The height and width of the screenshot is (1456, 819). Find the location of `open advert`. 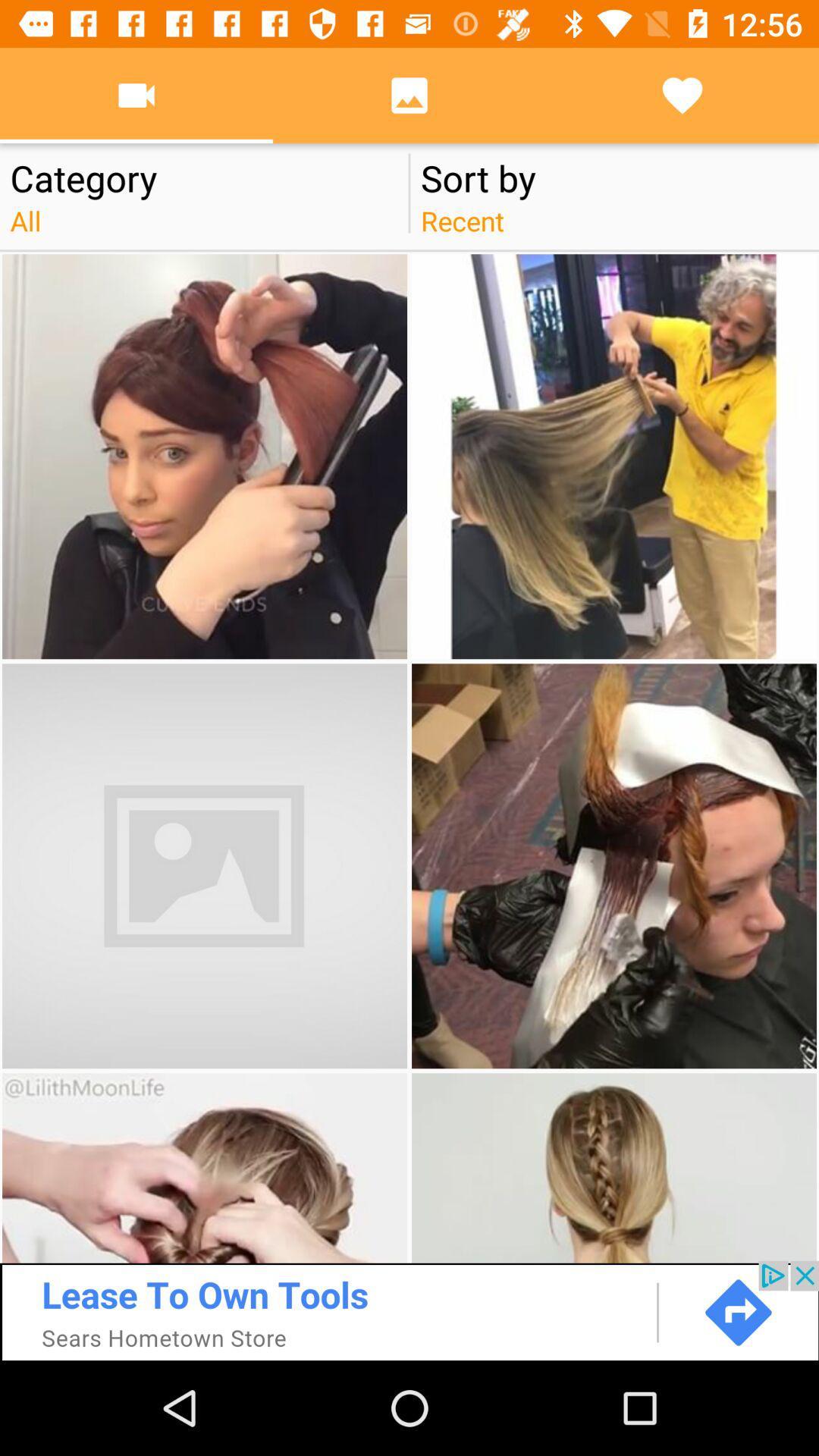

open advert is located at coordinates (409, 1310).